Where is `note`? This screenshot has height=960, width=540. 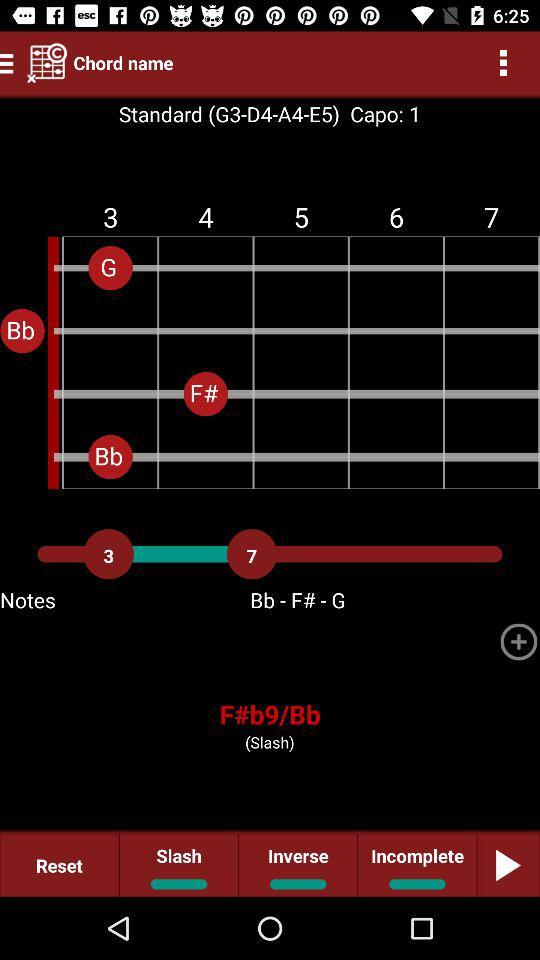 note is located at coordinates (518, 640).